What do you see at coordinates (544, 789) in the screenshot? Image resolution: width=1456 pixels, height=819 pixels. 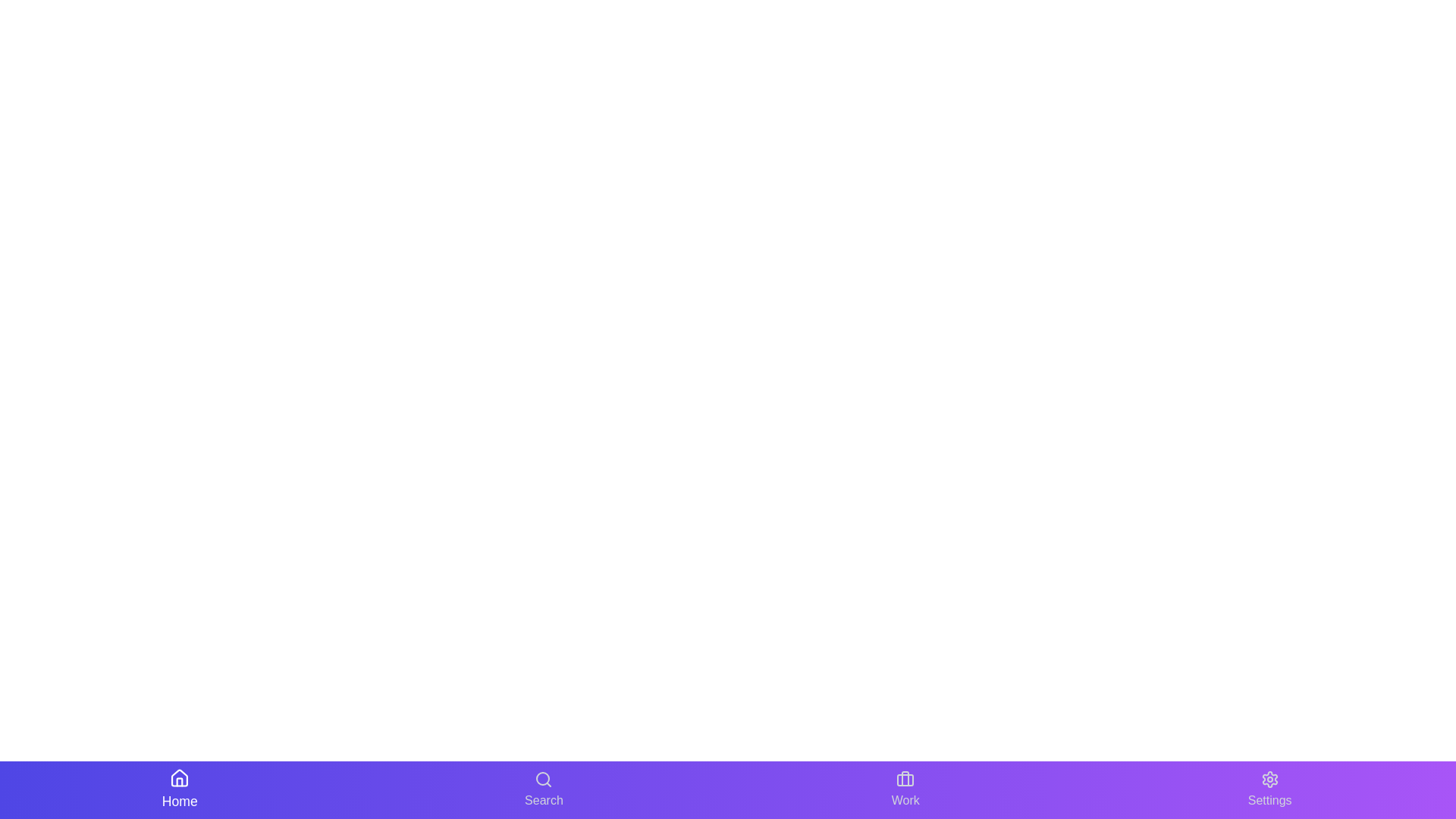 I see `the Search button to navigate to the respective section` at bounding box center [544, 789].